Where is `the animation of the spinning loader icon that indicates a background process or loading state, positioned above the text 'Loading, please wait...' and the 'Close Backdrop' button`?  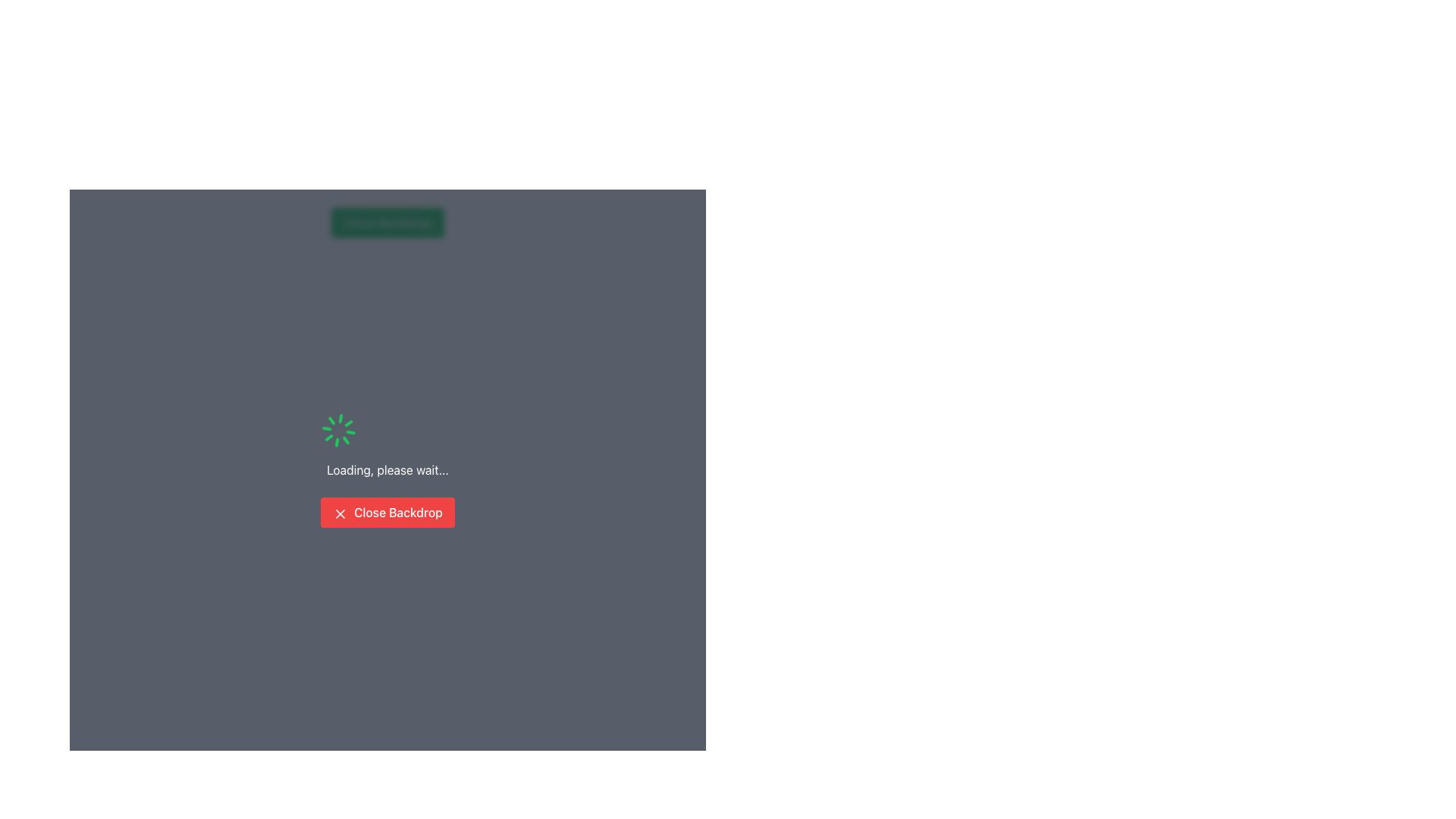 the animation of the spinning loader icon that indicates a background process or loading state, positioned above the text 'Loading, please wait...' and the 'Close Backdrop' button is located at coordinates (338, 430).